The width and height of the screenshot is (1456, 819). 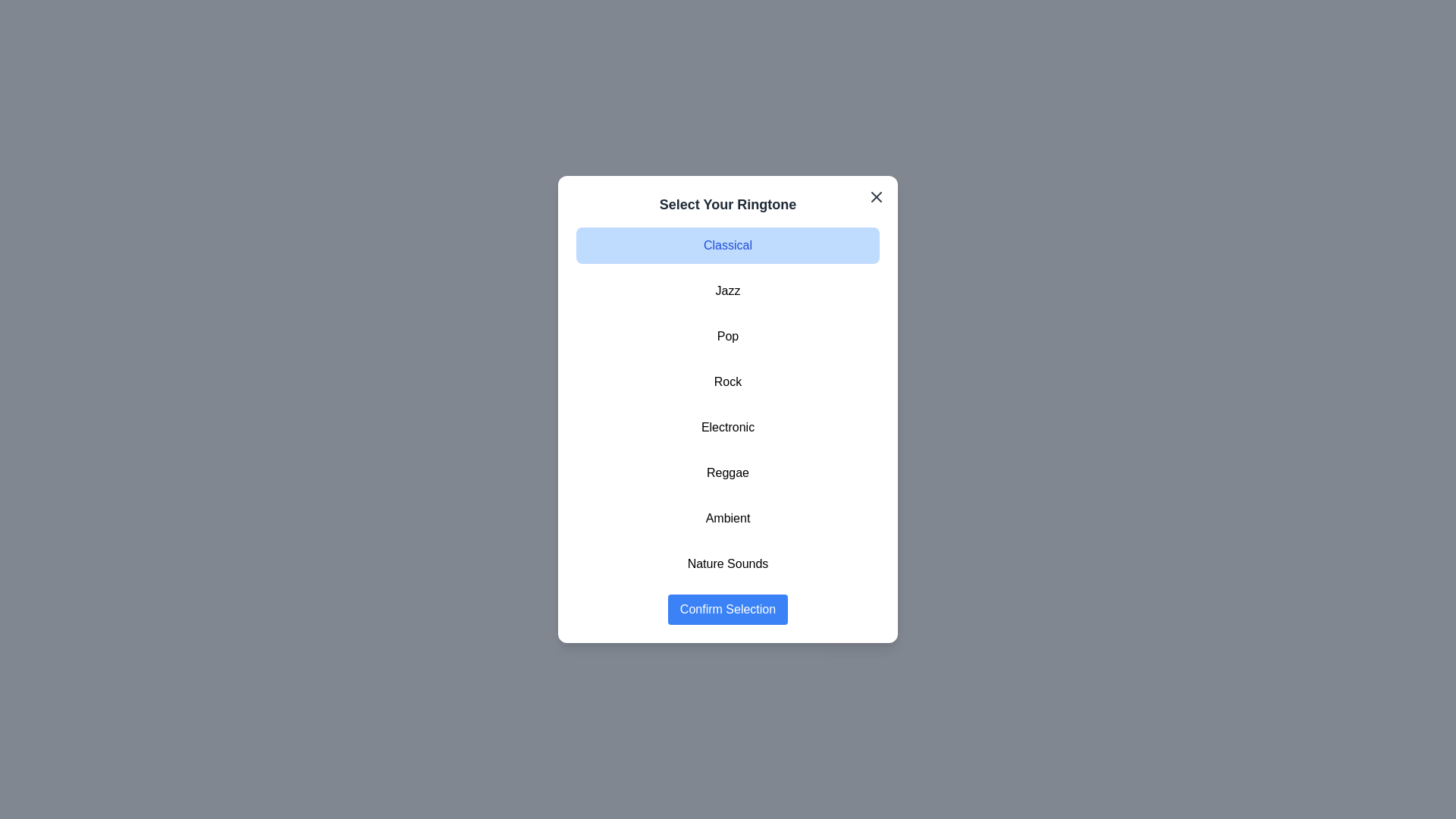 What do you see at coordinates (728, 517) in the screenshot?
I see `the ringtone Ambient from the list` at bounding box center [728, 517].